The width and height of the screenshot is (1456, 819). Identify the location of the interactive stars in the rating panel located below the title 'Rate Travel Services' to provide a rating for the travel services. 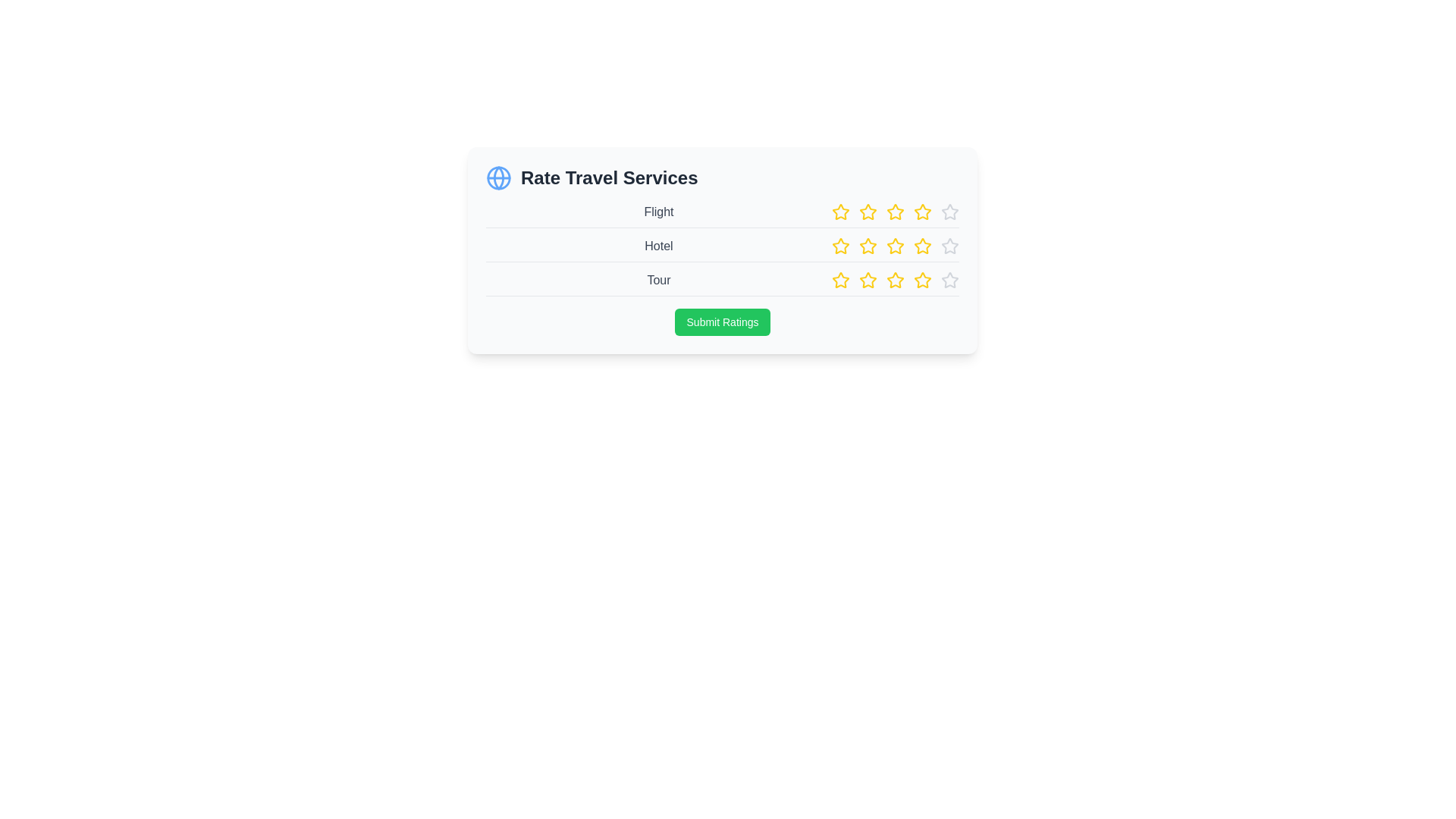
(722, 249).